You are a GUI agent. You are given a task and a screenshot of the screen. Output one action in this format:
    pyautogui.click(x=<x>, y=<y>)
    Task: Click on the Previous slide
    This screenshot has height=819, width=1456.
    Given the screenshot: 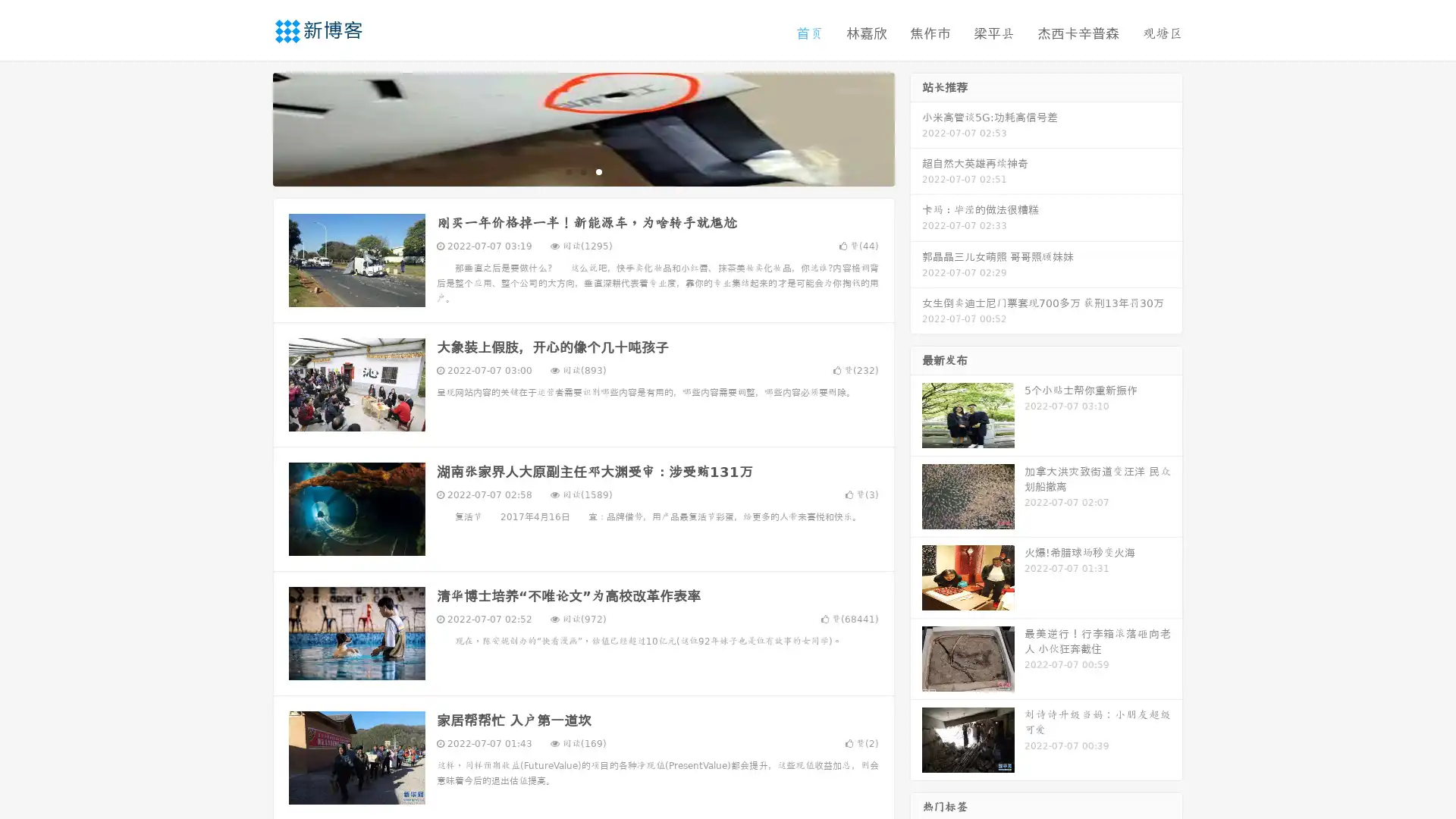 What is the action you would take?
    pyautogui.click(x=250, y=127)
    